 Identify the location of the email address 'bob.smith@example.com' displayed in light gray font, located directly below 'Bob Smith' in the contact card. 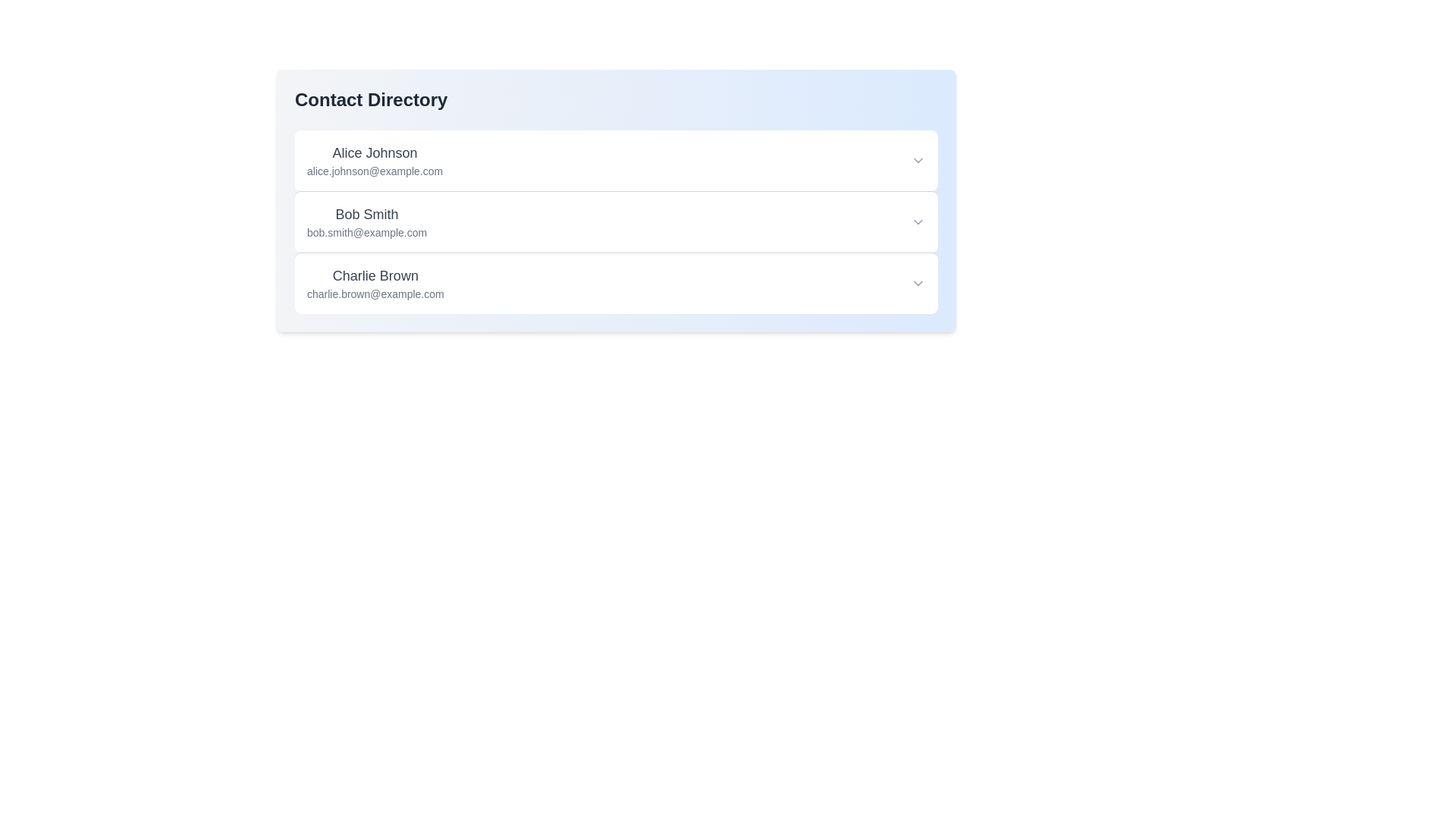
(367, 233).